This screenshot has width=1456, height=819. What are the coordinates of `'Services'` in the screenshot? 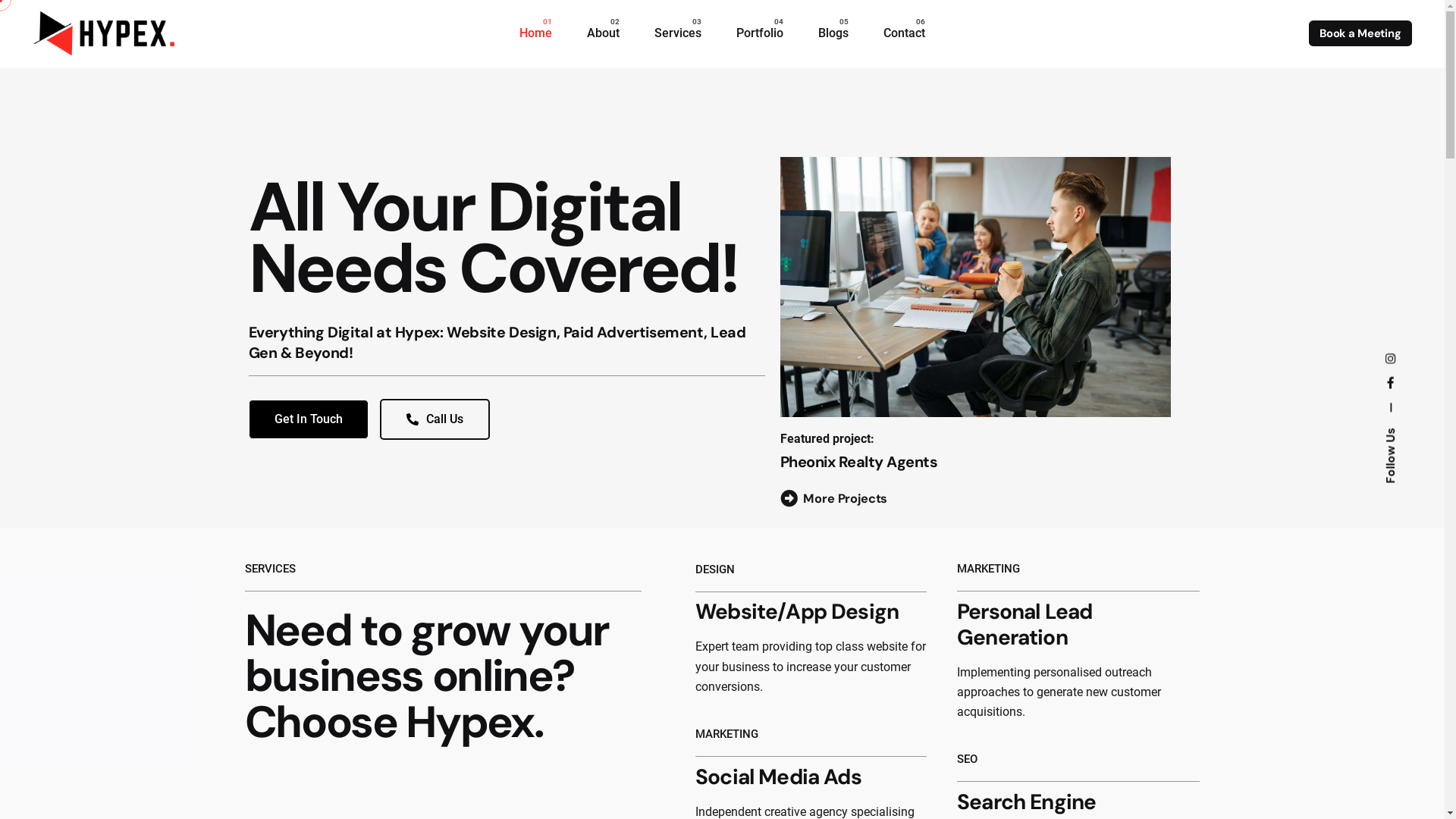 It's located at (676, 33).